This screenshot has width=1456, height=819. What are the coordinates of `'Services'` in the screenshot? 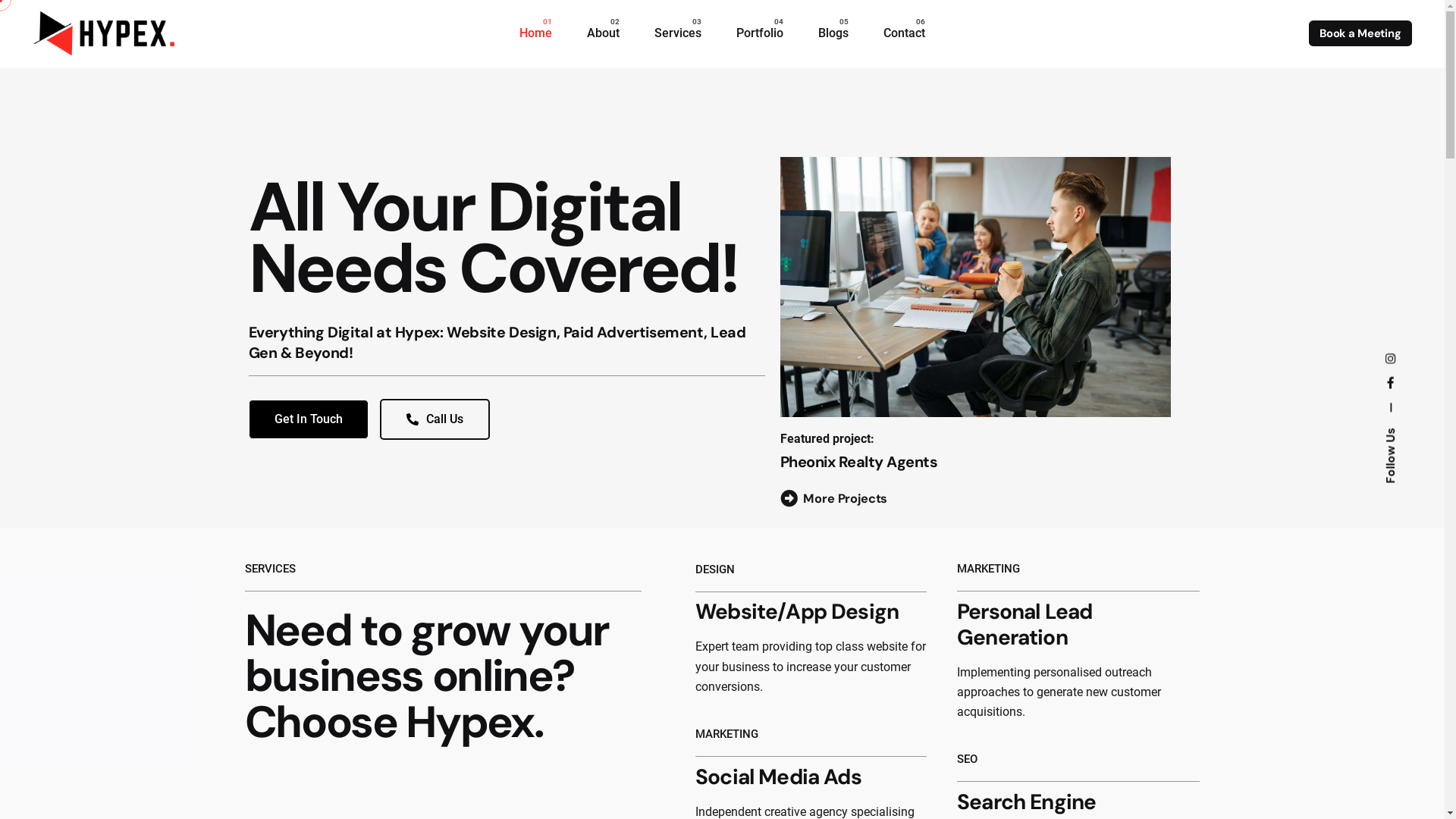 It's located at (676, 33).